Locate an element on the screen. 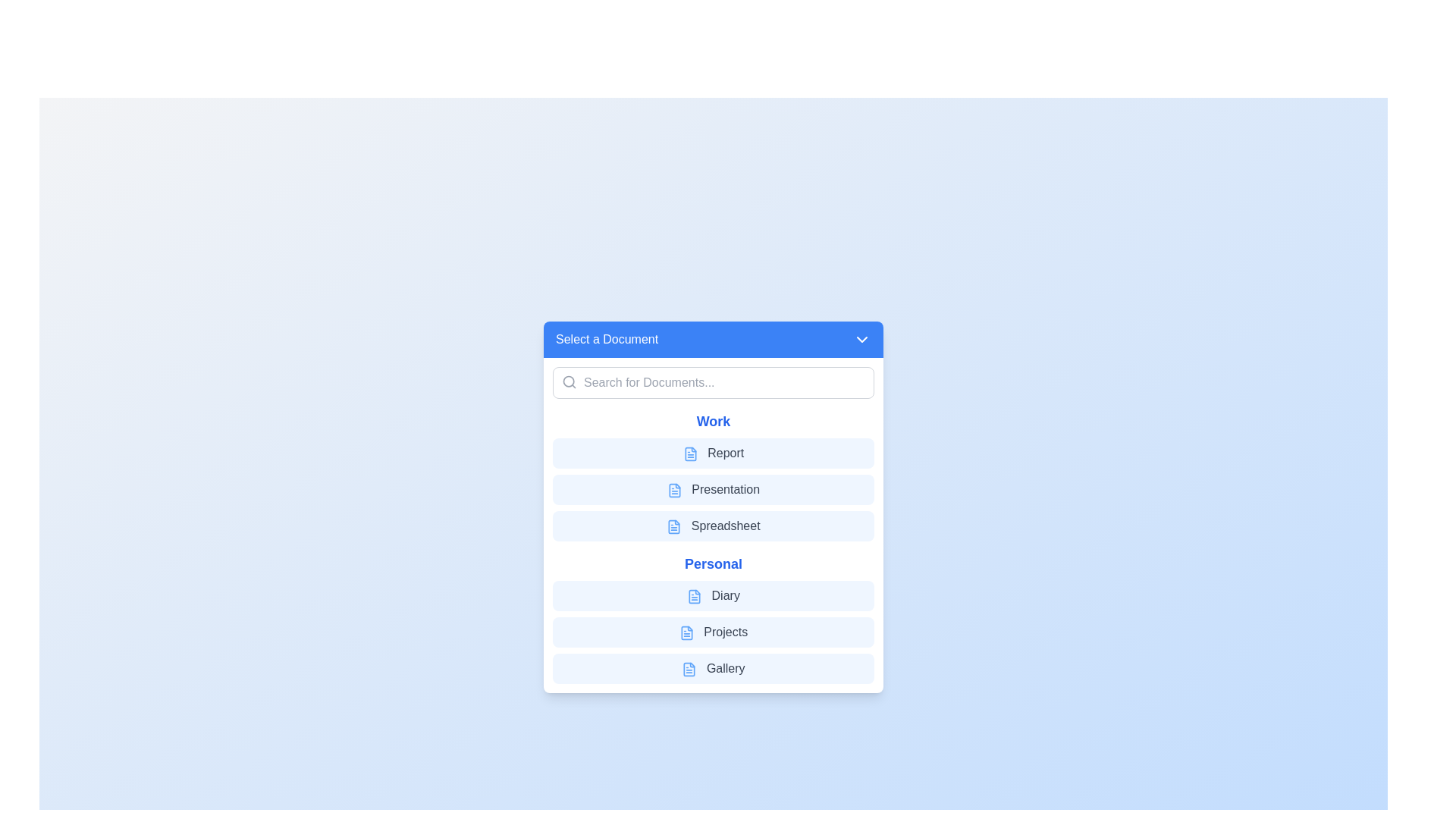 The image size is (1456, 819). text of the 'Personal' label, which is a large, bold, bright blue text located in the center of a card-like modal interface is located at coordinates (712, 564).